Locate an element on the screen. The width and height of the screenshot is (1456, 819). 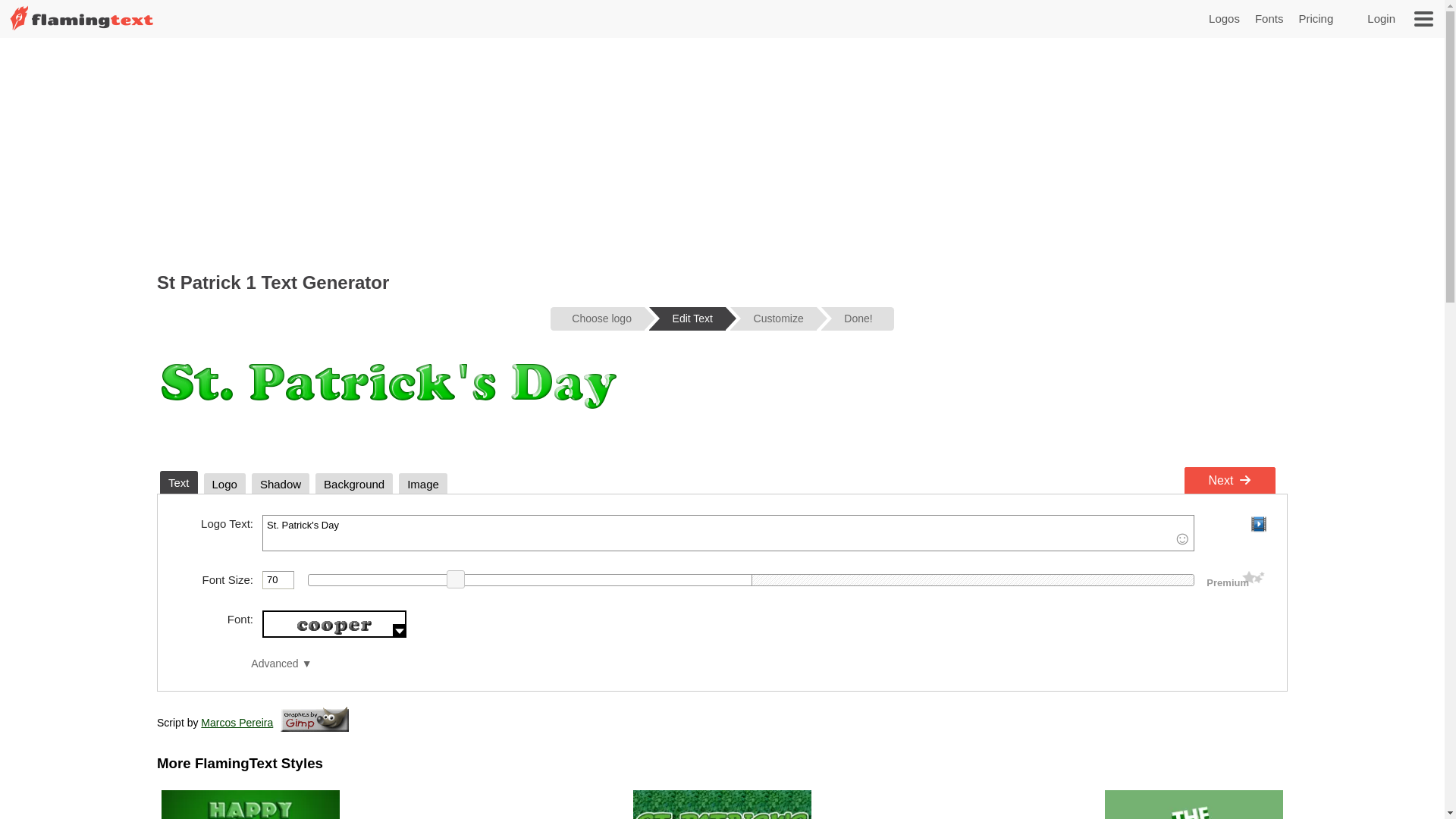
'Marcos Pereira' is located at coordinates (236, 721).